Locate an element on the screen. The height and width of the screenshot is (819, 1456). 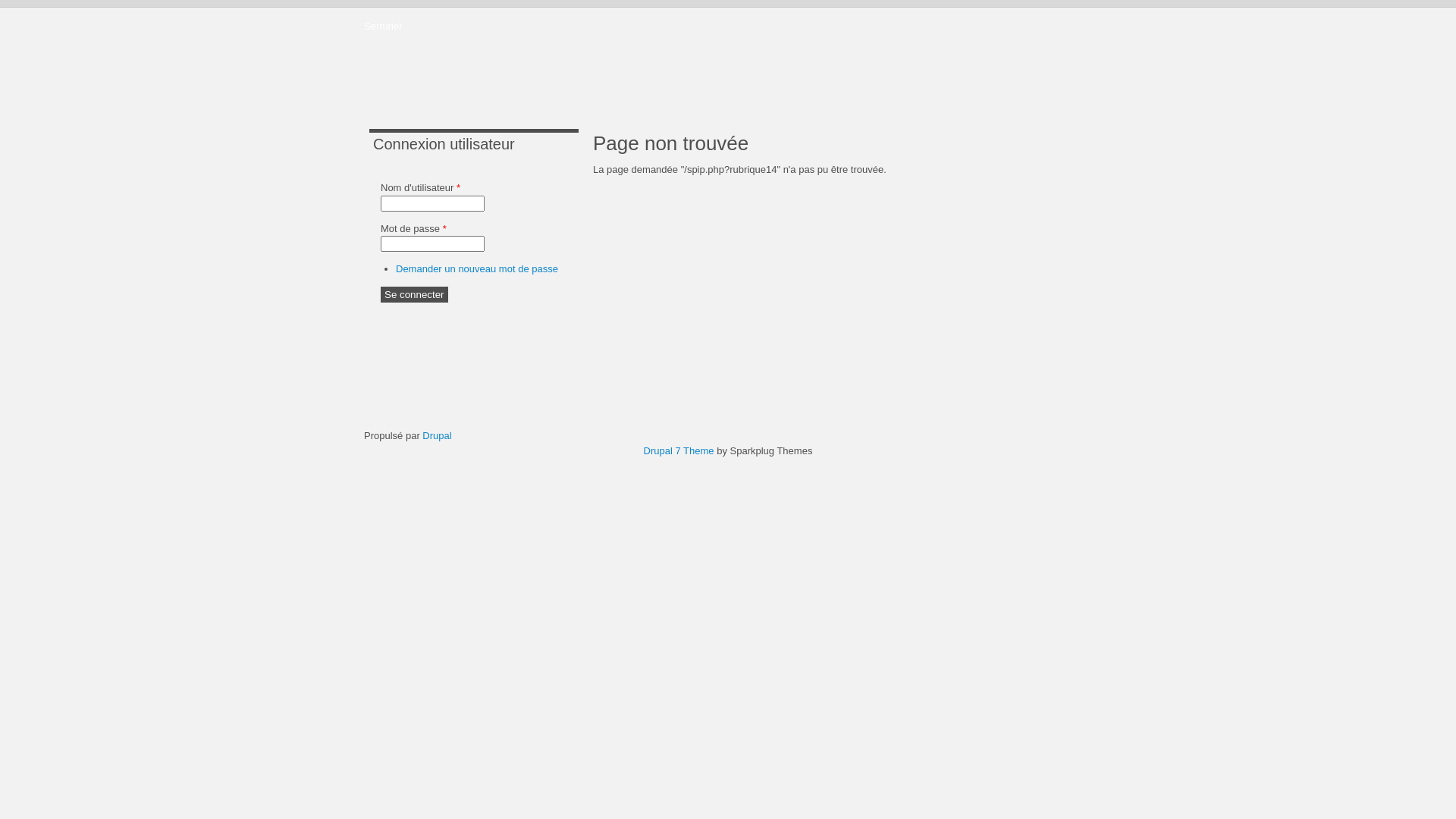
'Se connecter' is located at coordinates (414, 294).